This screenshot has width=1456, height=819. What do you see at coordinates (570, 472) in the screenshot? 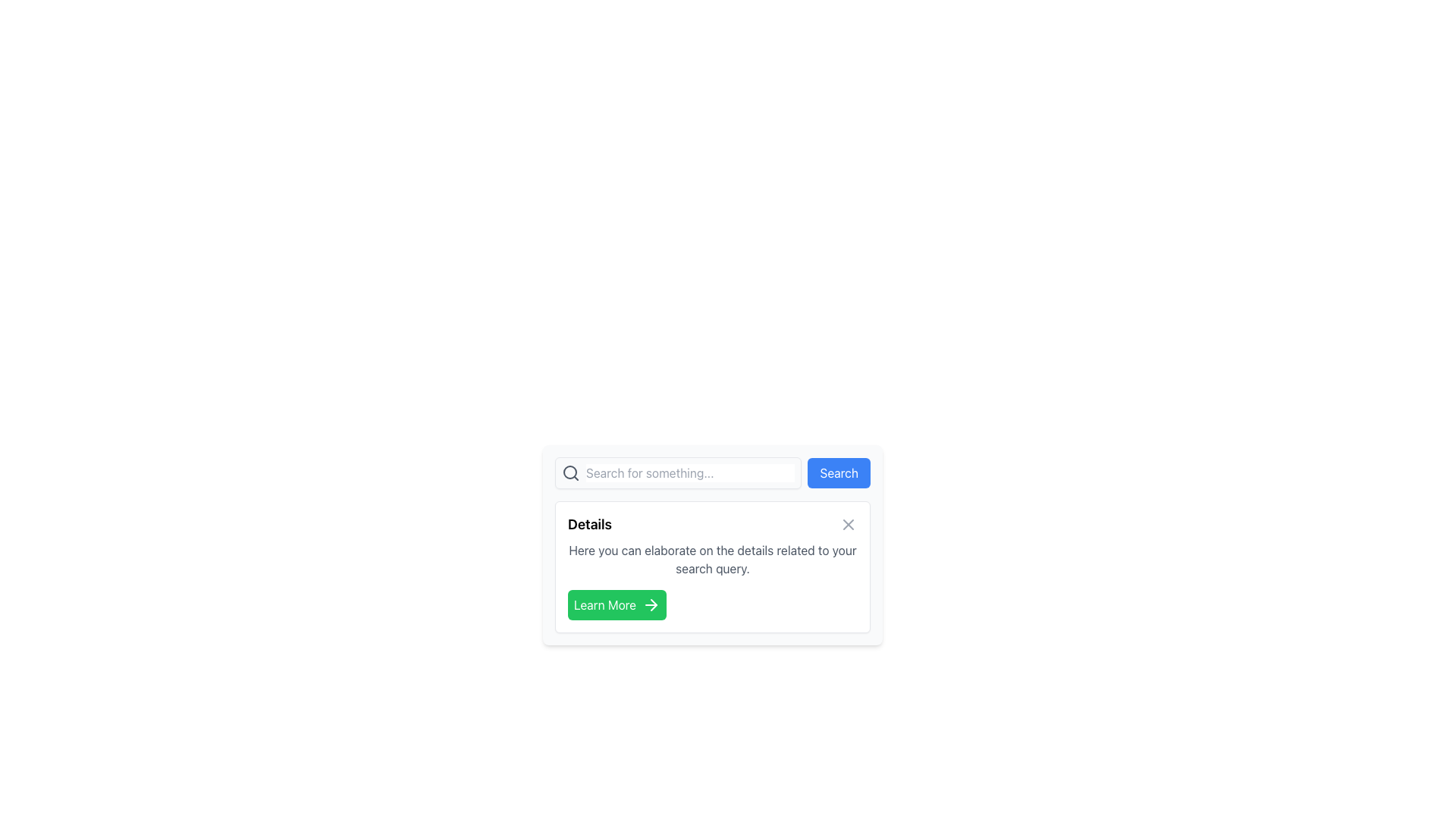
I see `the magnifying glass icon located to the left of the search input field to focus on the search input field` at bounding box center [570, 472].